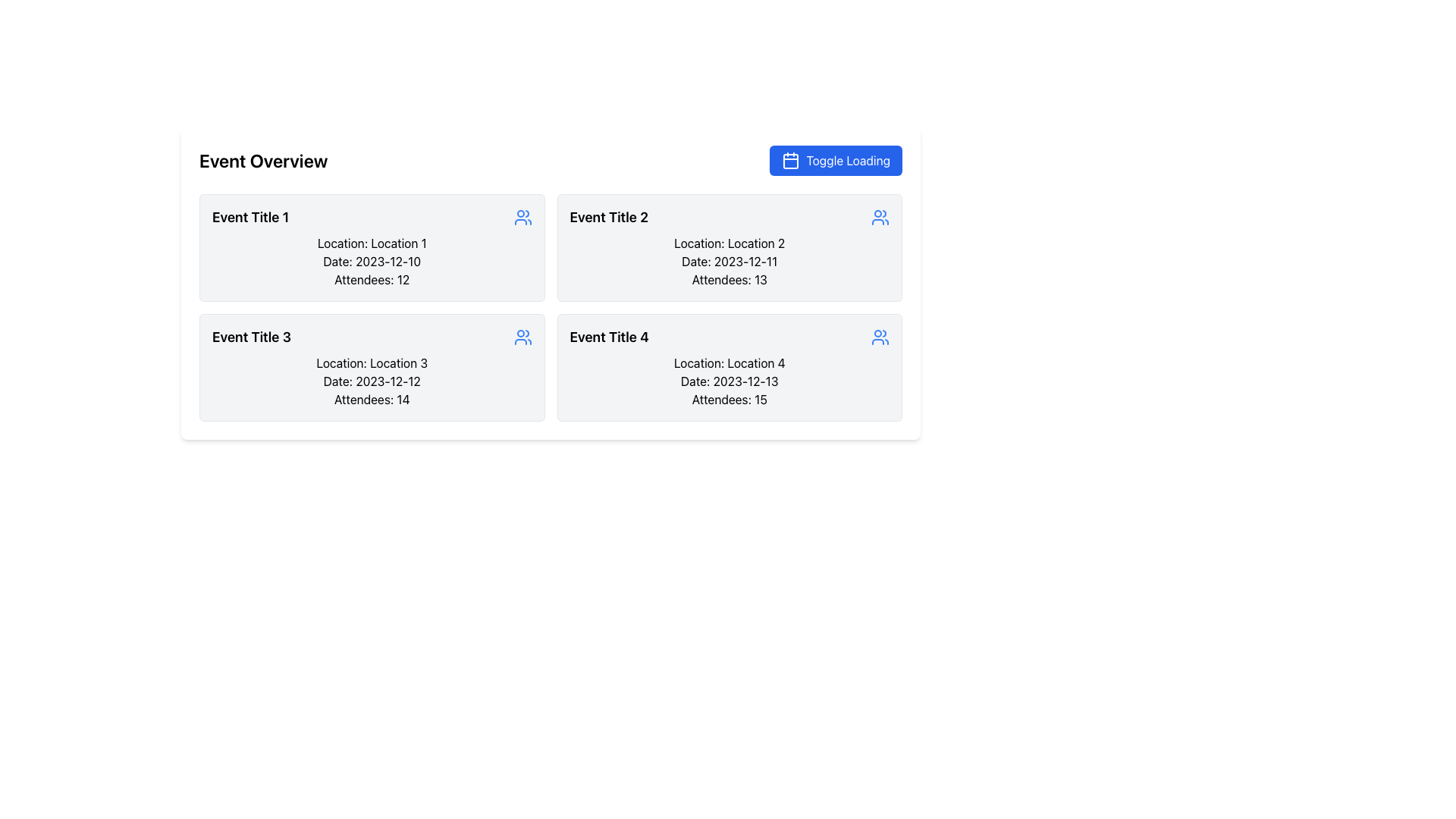 Image resolution: width=1456 pixels, height=819 pixels. Describe the element at coordinates (372, 260) in the screenshot. I see `the Text Label that provides the date of the event, located within the event card titled 'Event Title 1', positioned below 'Location: Location 1' and above 'Attendees: 12'` at that location.